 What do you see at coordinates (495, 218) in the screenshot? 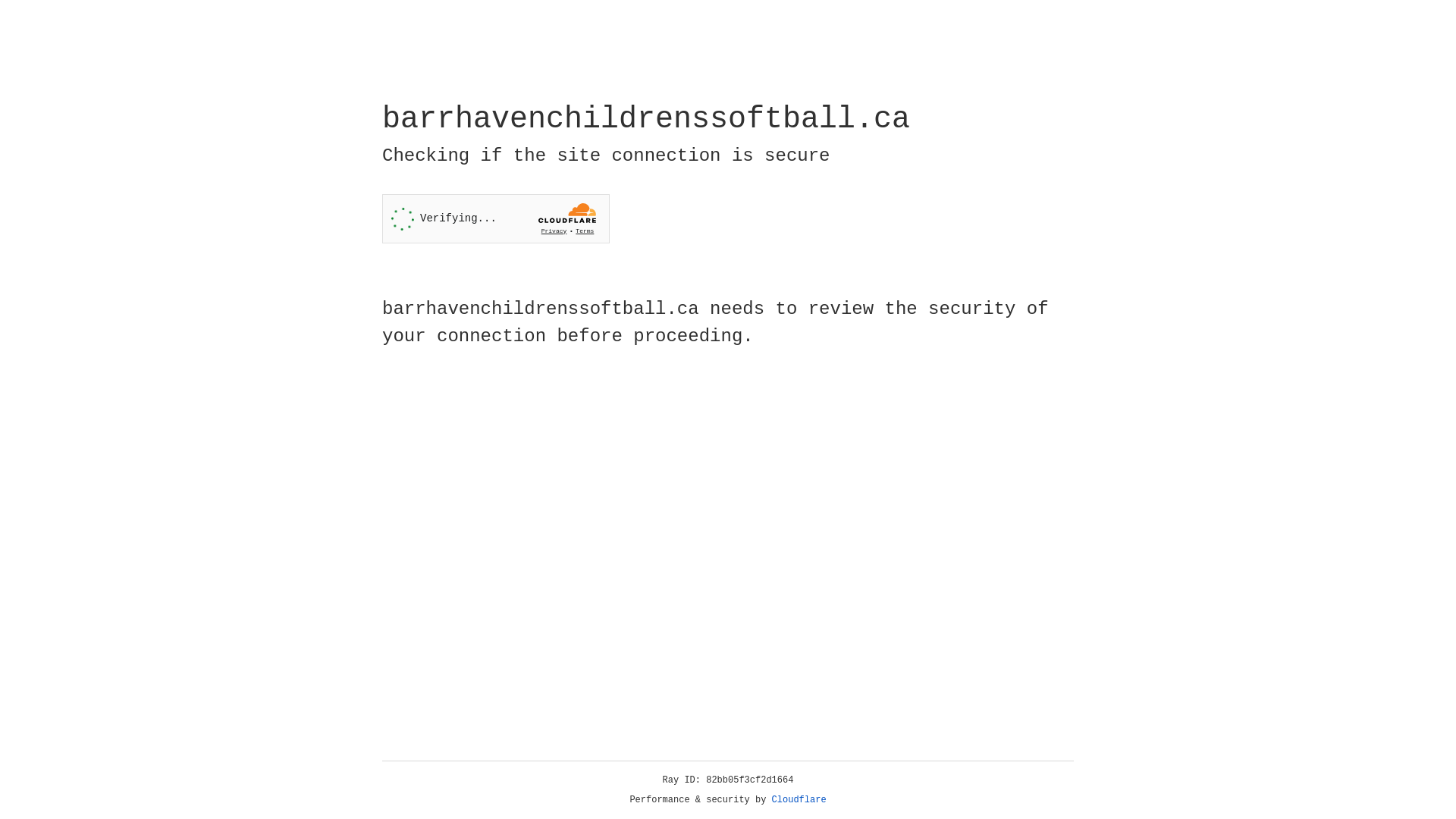
I see `'Widget containing a Cloudflare security challenge'` at bounding box center [495, 218].